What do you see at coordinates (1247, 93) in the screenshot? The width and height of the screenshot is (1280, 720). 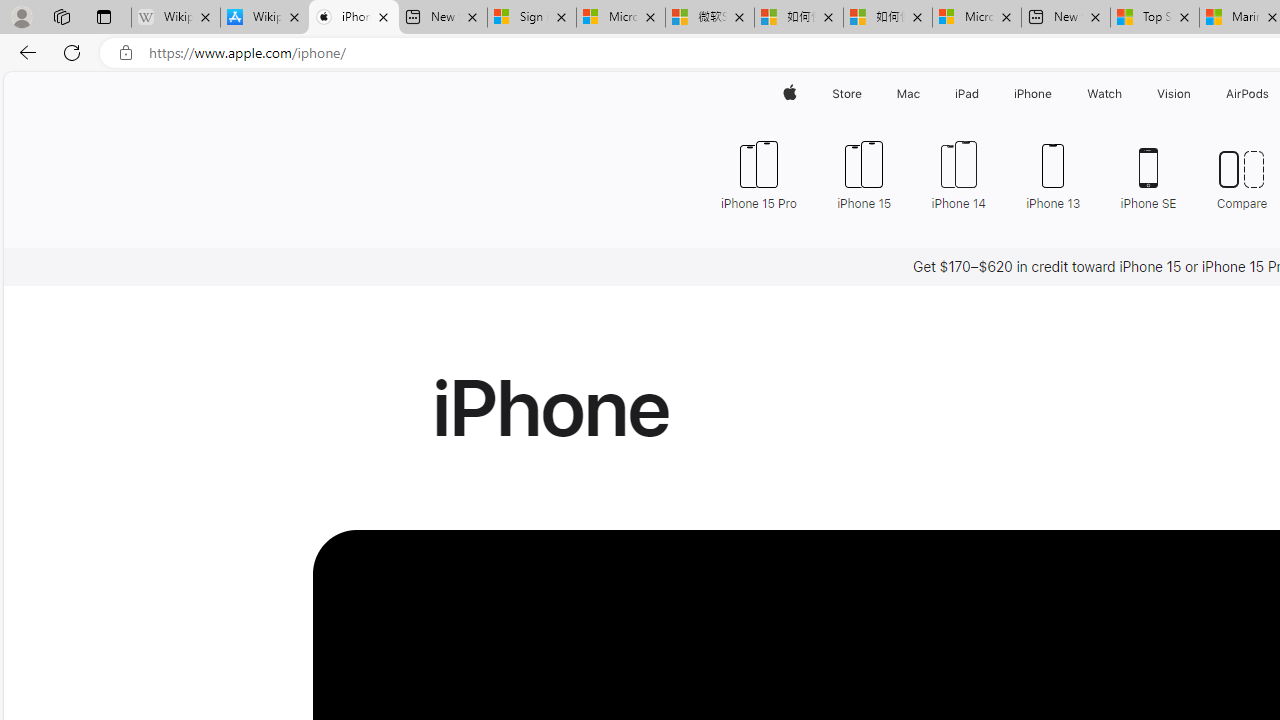 I see `'AirPods'` at bounding box center [1247, 93].